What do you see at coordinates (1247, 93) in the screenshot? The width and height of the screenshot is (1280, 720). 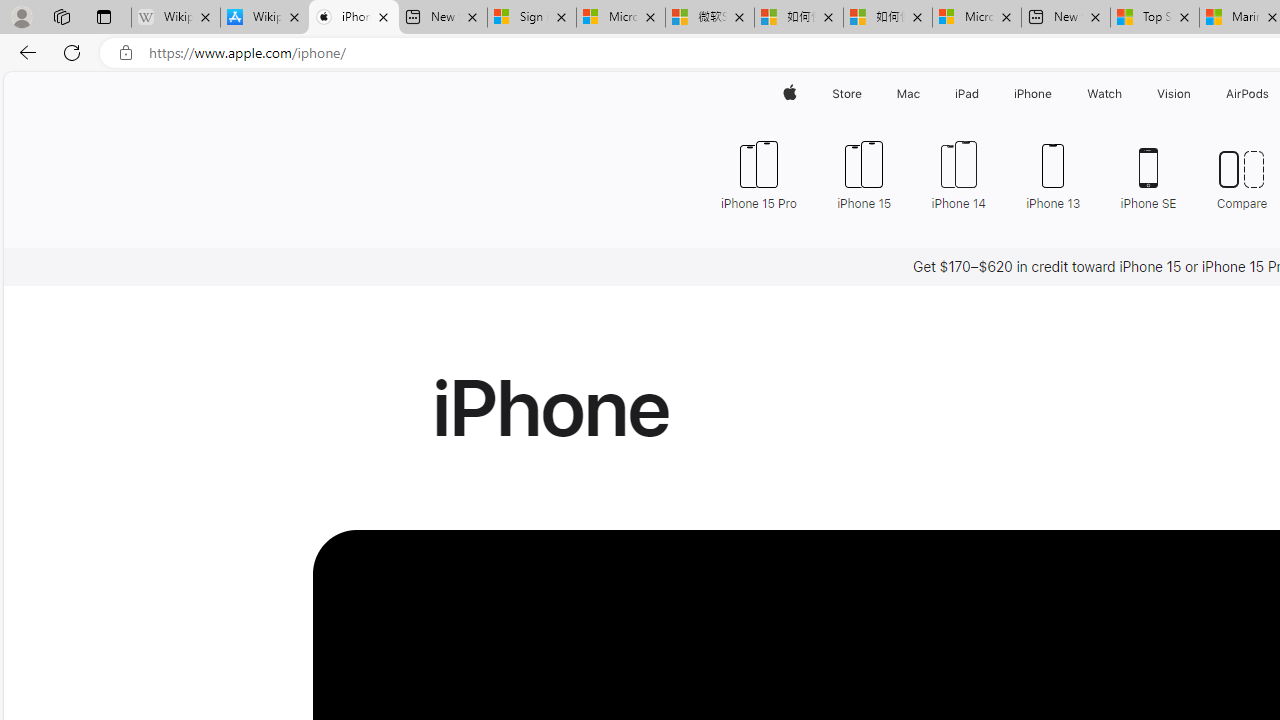 I see `'AirPods'` at bounding box center [1247, 93].